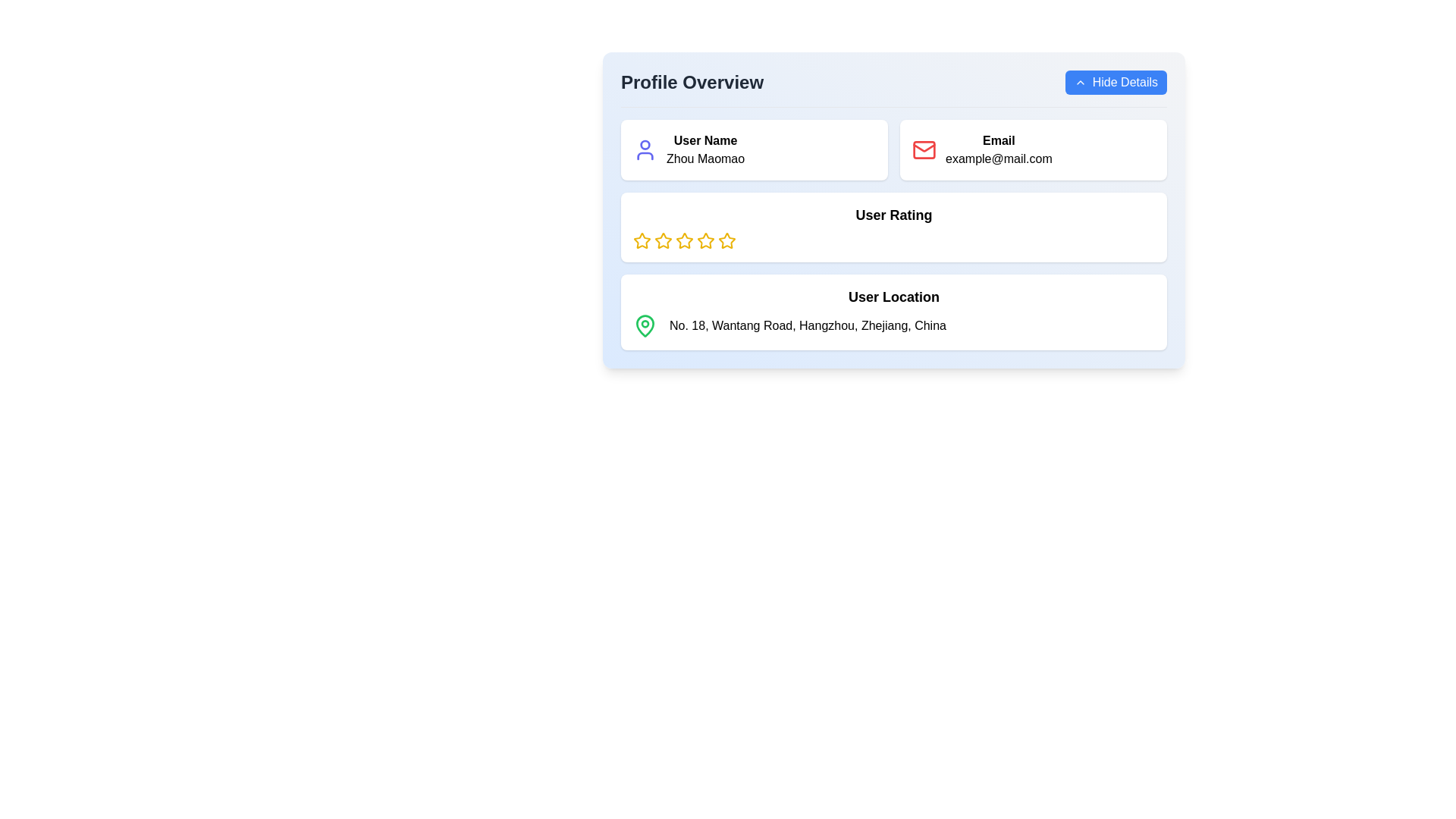  What do you see at coordinates (754, 149) in the screenshot?
I see `the Information Display Card that displays the user's username and full name, located at the top-left corner of the grid layout` at bounding box center [754, 149].